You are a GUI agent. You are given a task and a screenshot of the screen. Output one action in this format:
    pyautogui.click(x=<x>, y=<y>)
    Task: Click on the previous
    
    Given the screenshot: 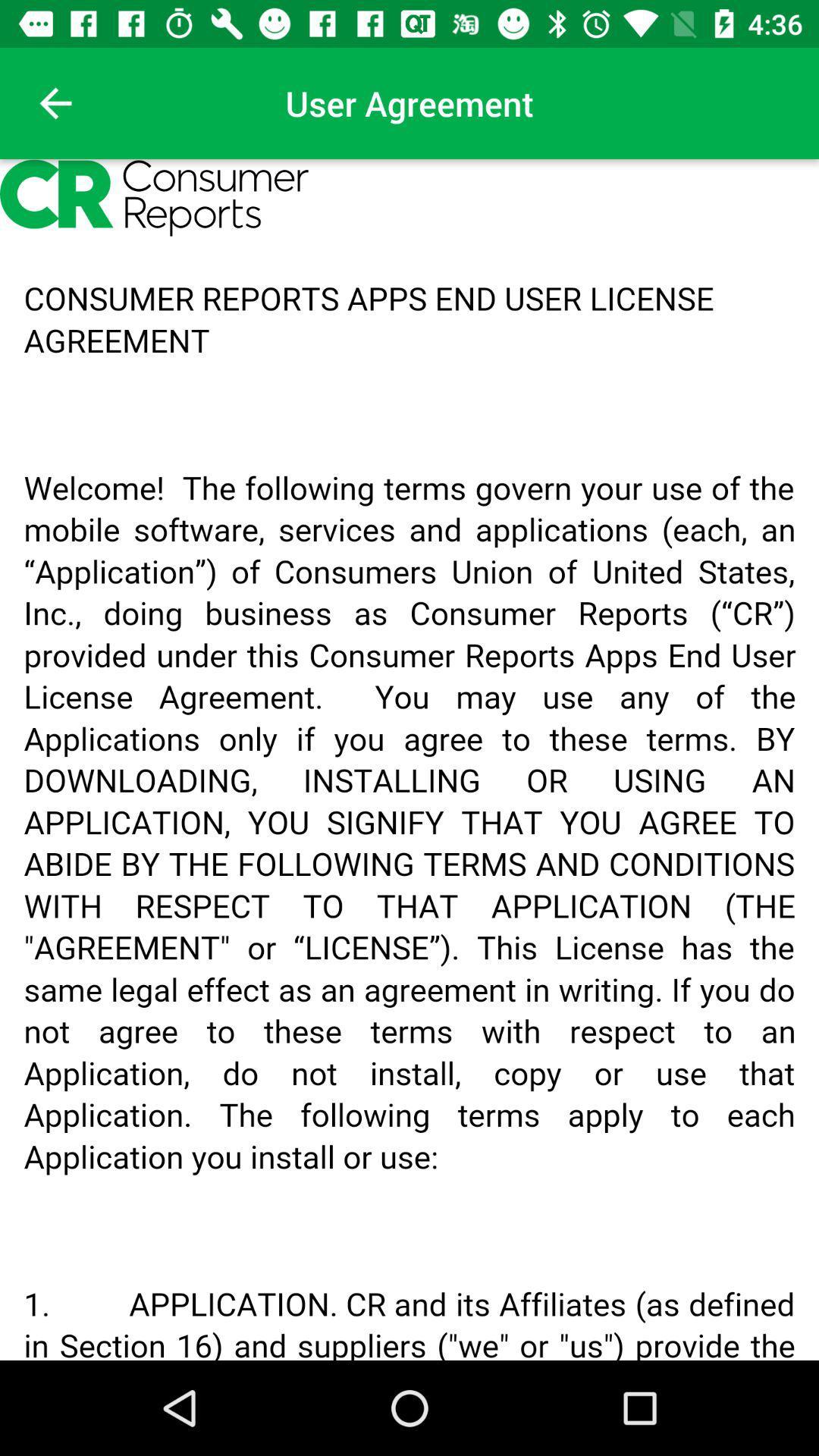 What is the action you would take?
    pyautogui.click(x=55, y=102)
    